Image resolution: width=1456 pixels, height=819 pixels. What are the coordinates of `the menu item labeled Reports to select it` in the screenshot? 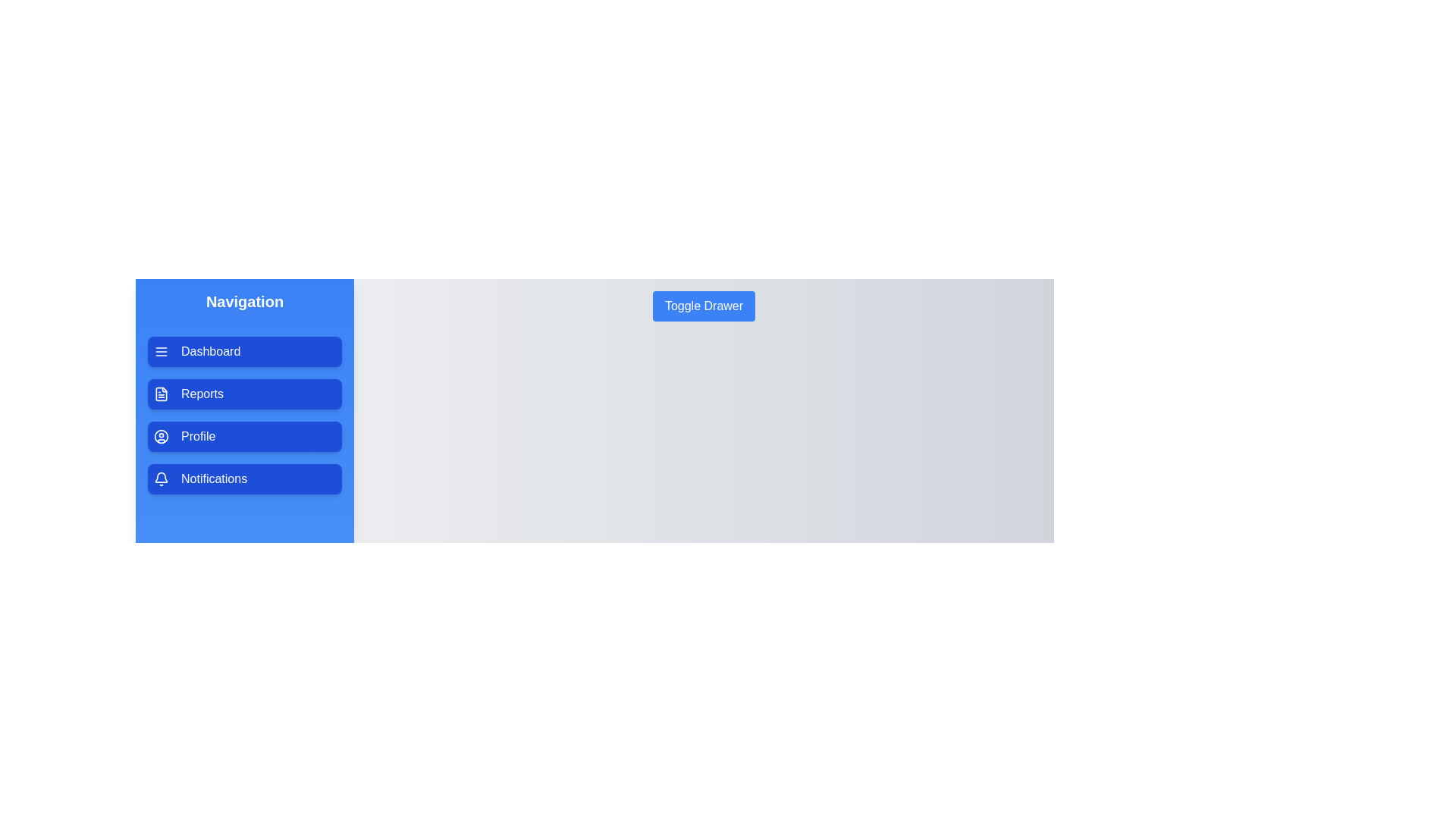 It's located at (244, 394).